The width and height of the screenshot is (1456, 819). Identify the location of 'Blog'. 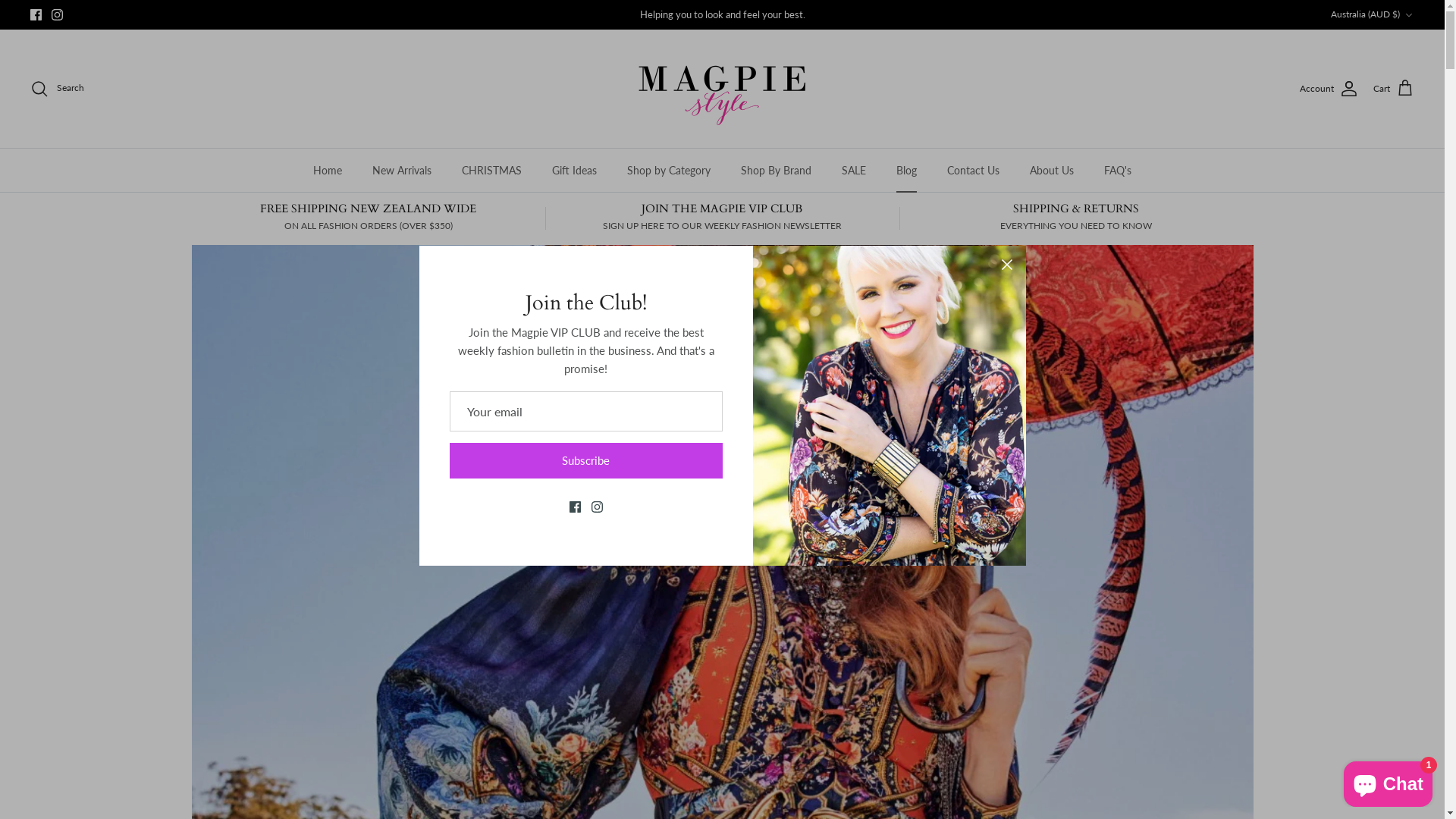
(906, 170).